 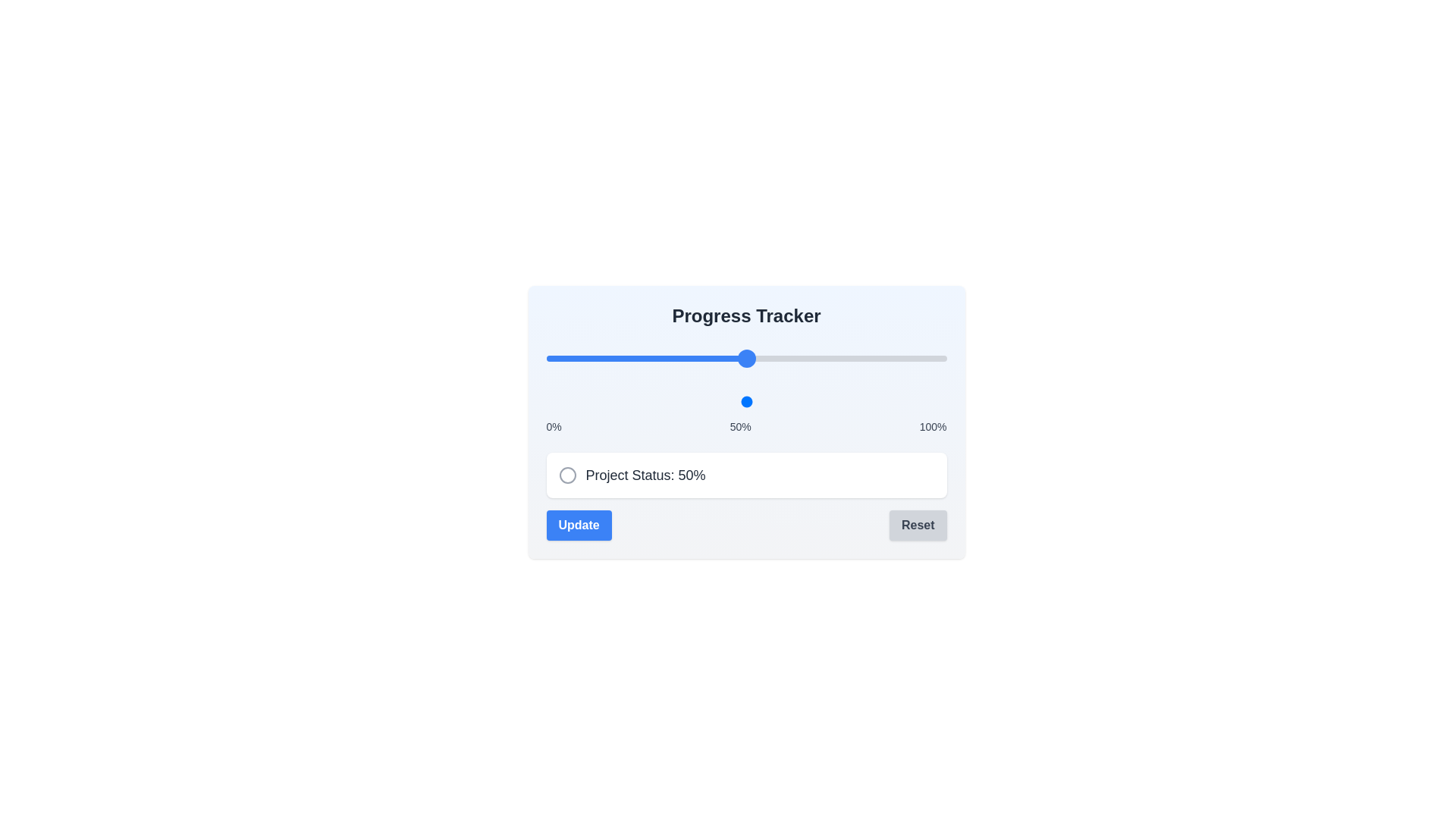 I want to click on 'Reset' button to reset the progress, so click(x=916, y=525).